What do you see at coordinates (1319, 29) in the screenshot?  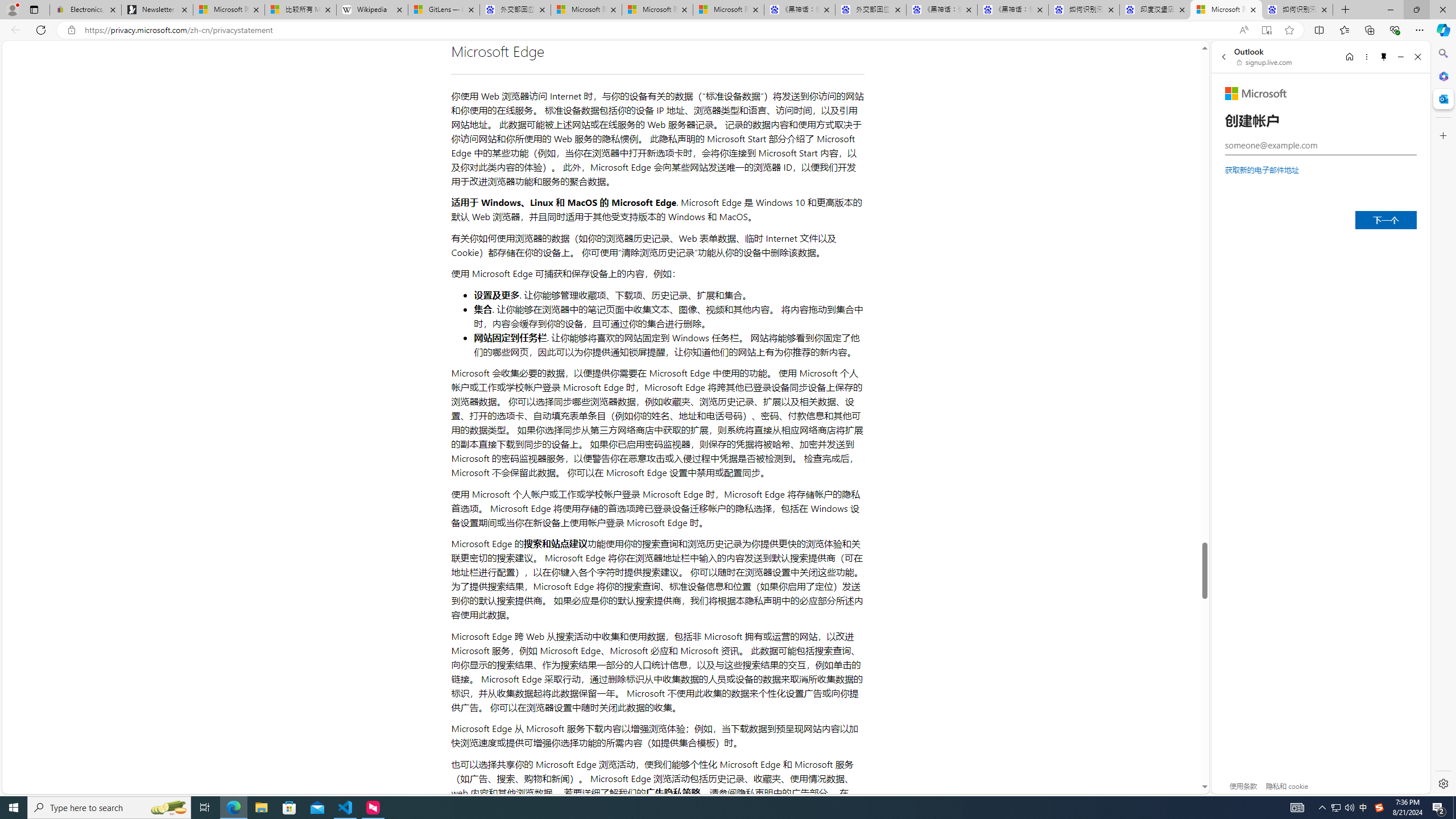 I see `'Split screen'` at bounding box center [1319, 29].